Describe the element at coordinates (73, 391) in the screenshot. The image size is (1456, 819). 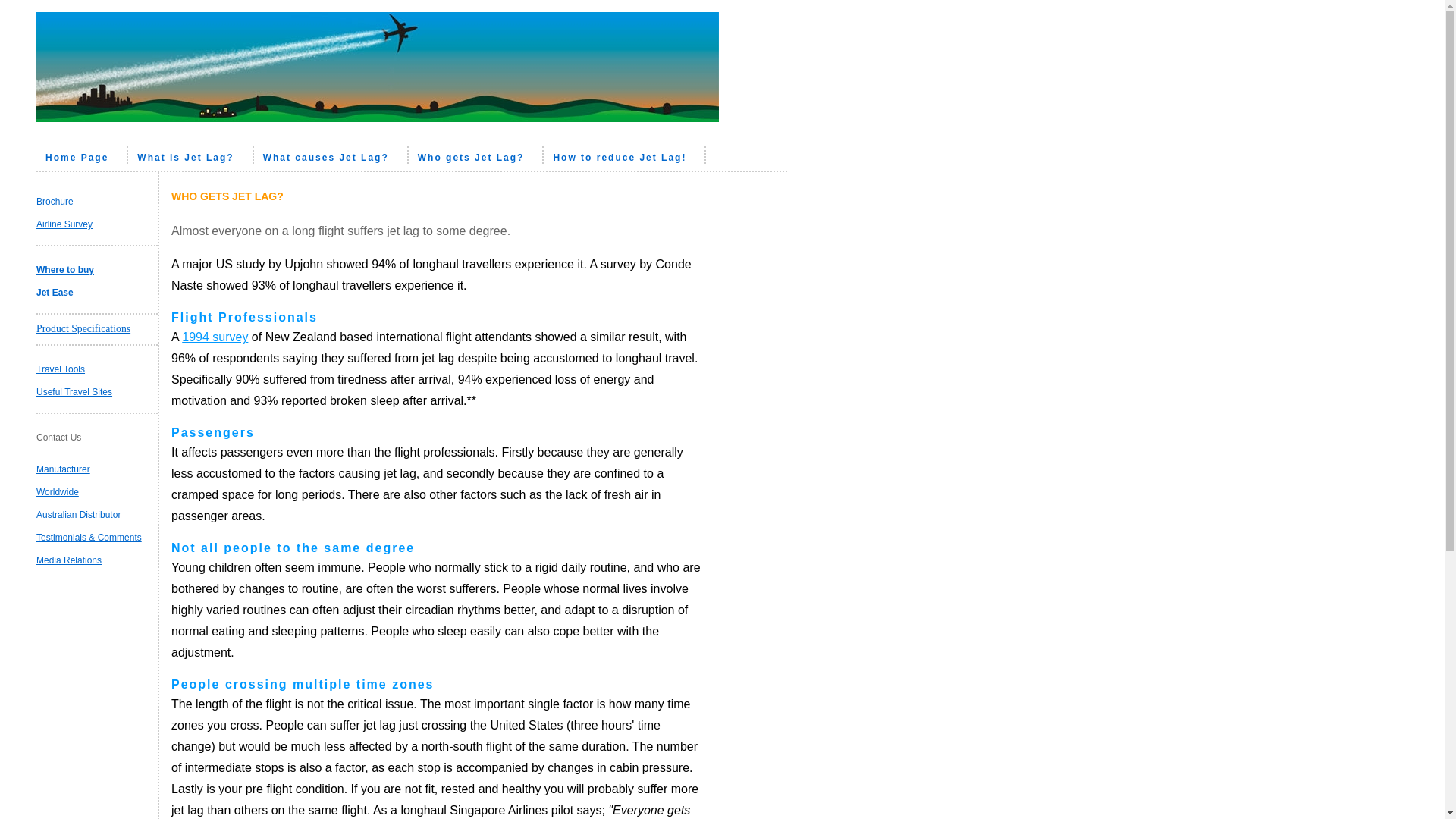
I see `'Useful Travel Sites'` at that location.